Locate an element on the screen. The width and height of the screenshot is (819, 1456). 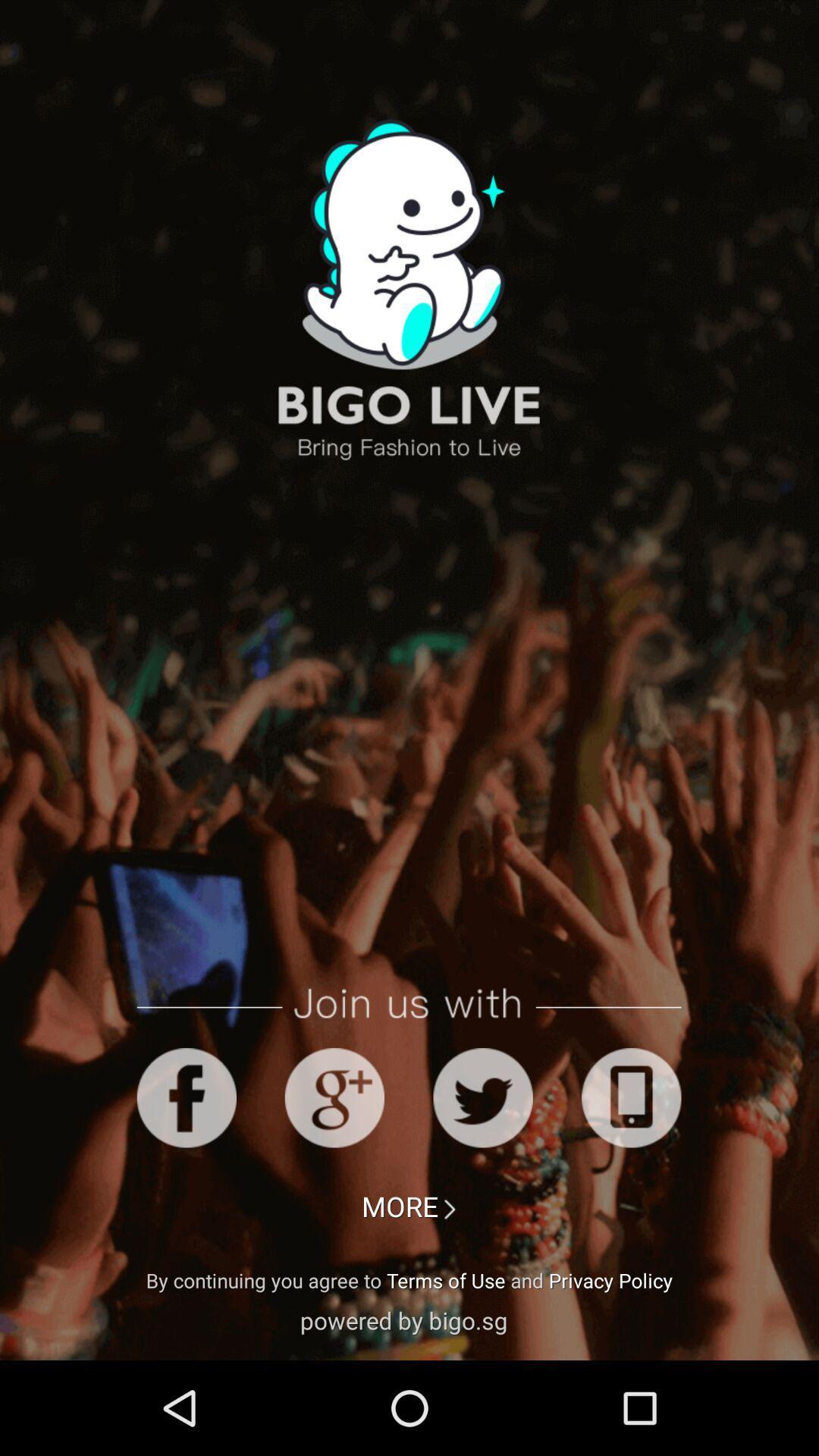
join with social media is located at coordinates (631, 1097).